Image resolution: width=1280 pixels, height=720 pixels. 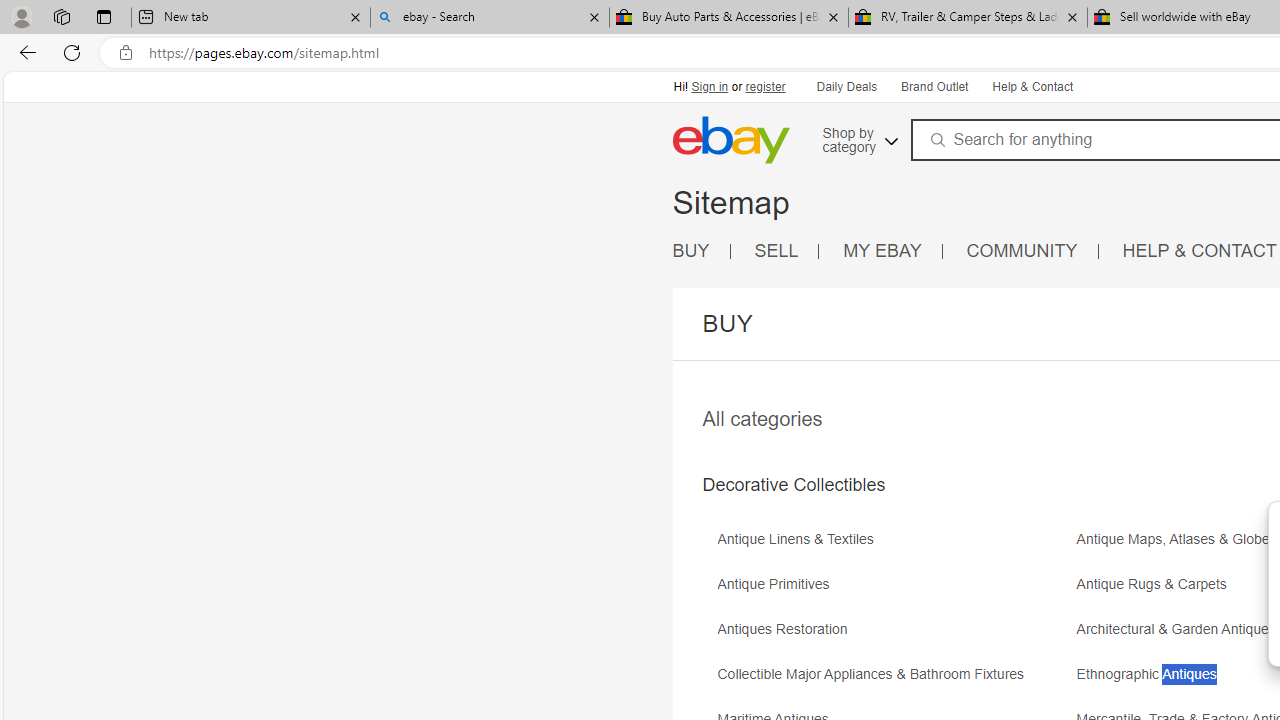 What do you see at coordinates (701, 250) in the screenshot?
I see `'BUY'` at bounding box center [701, 250].